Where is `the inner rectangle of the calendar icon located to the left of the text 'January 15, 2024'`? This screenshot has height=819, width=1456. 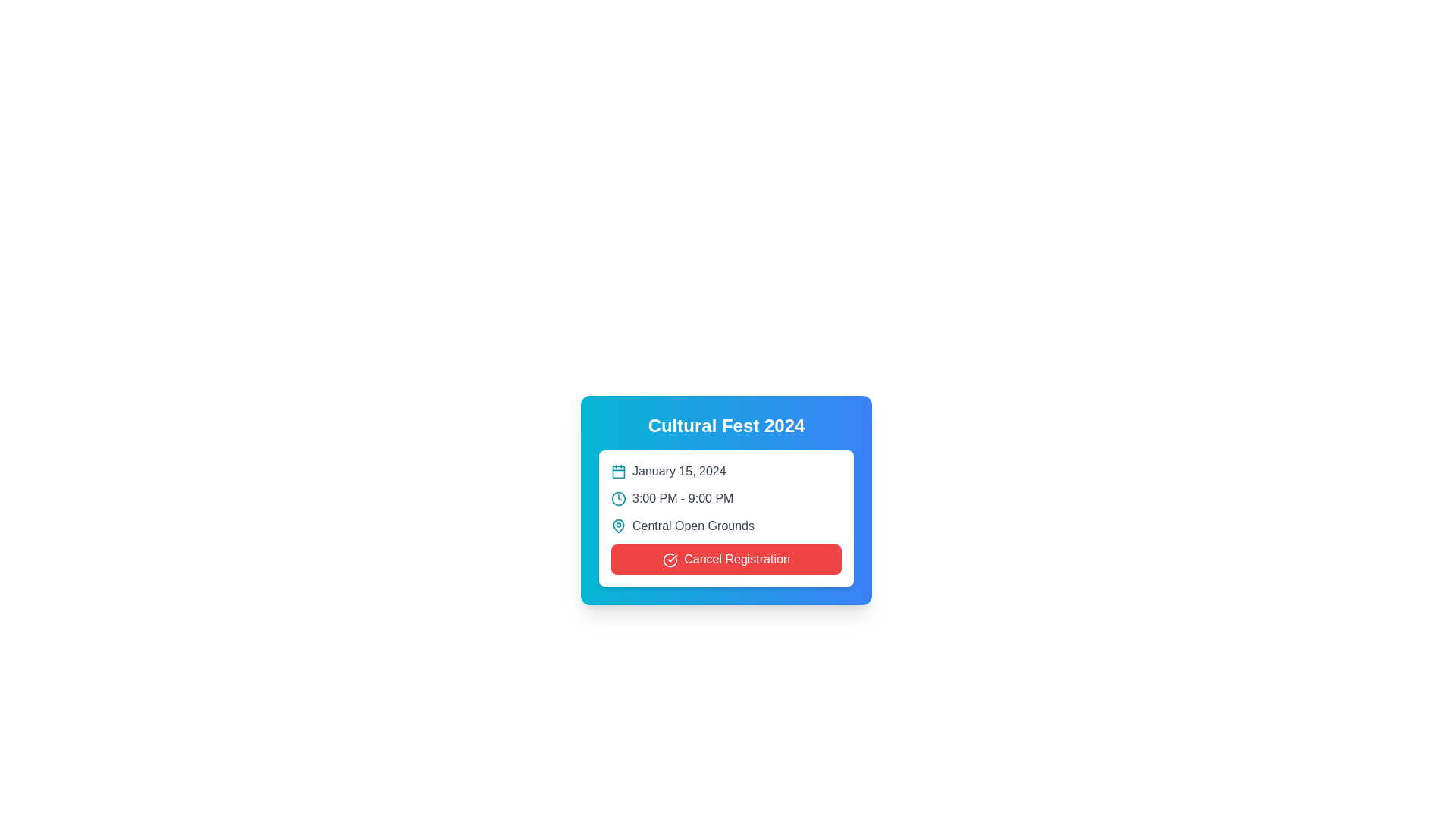
the inner rectangle of the calendar icon located to the left of the text 'January 15, 2024' is located at coordinates (619, 470).